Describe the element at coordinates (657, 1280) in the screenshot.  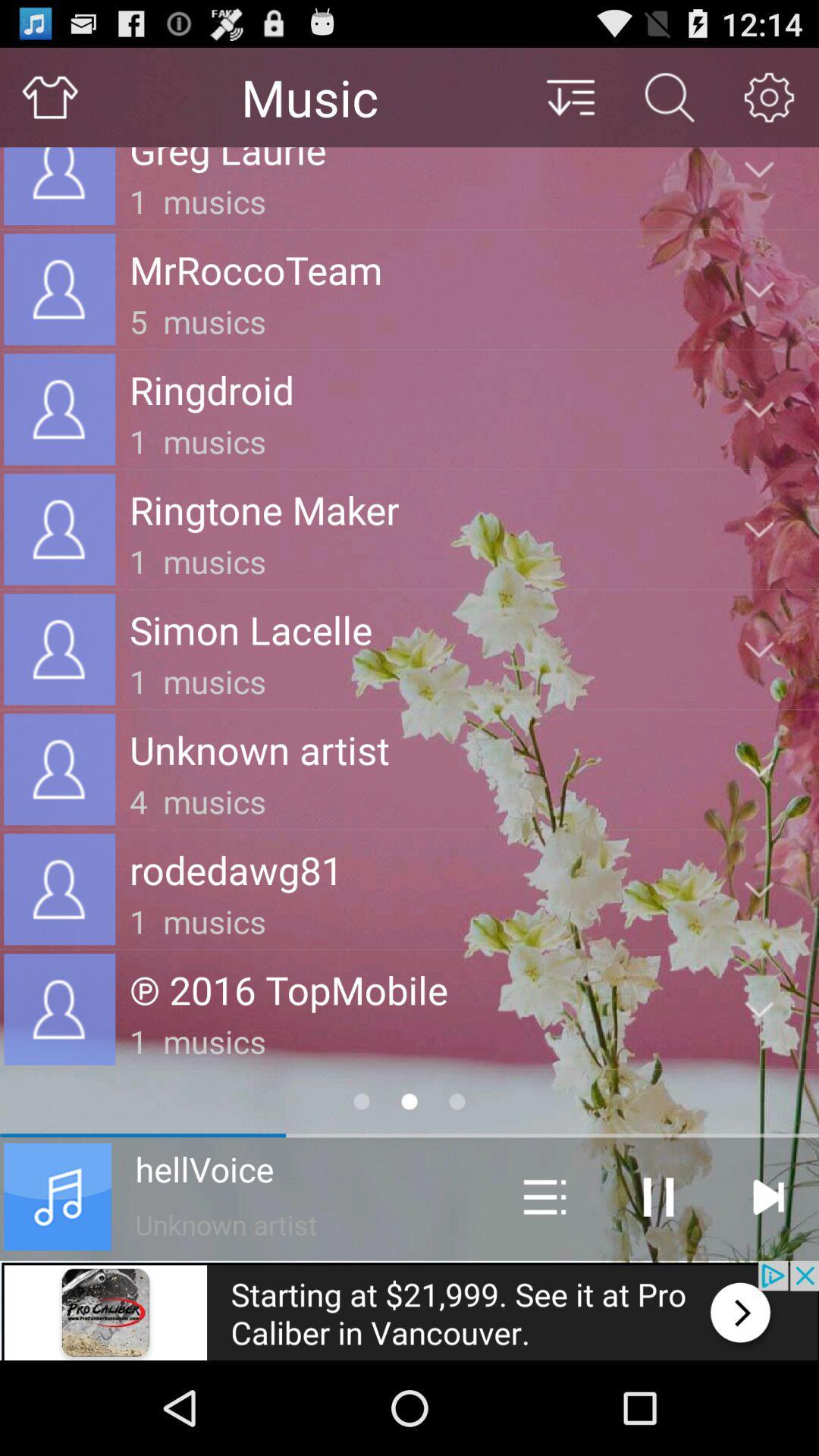
I see `the pause icon` at that location.